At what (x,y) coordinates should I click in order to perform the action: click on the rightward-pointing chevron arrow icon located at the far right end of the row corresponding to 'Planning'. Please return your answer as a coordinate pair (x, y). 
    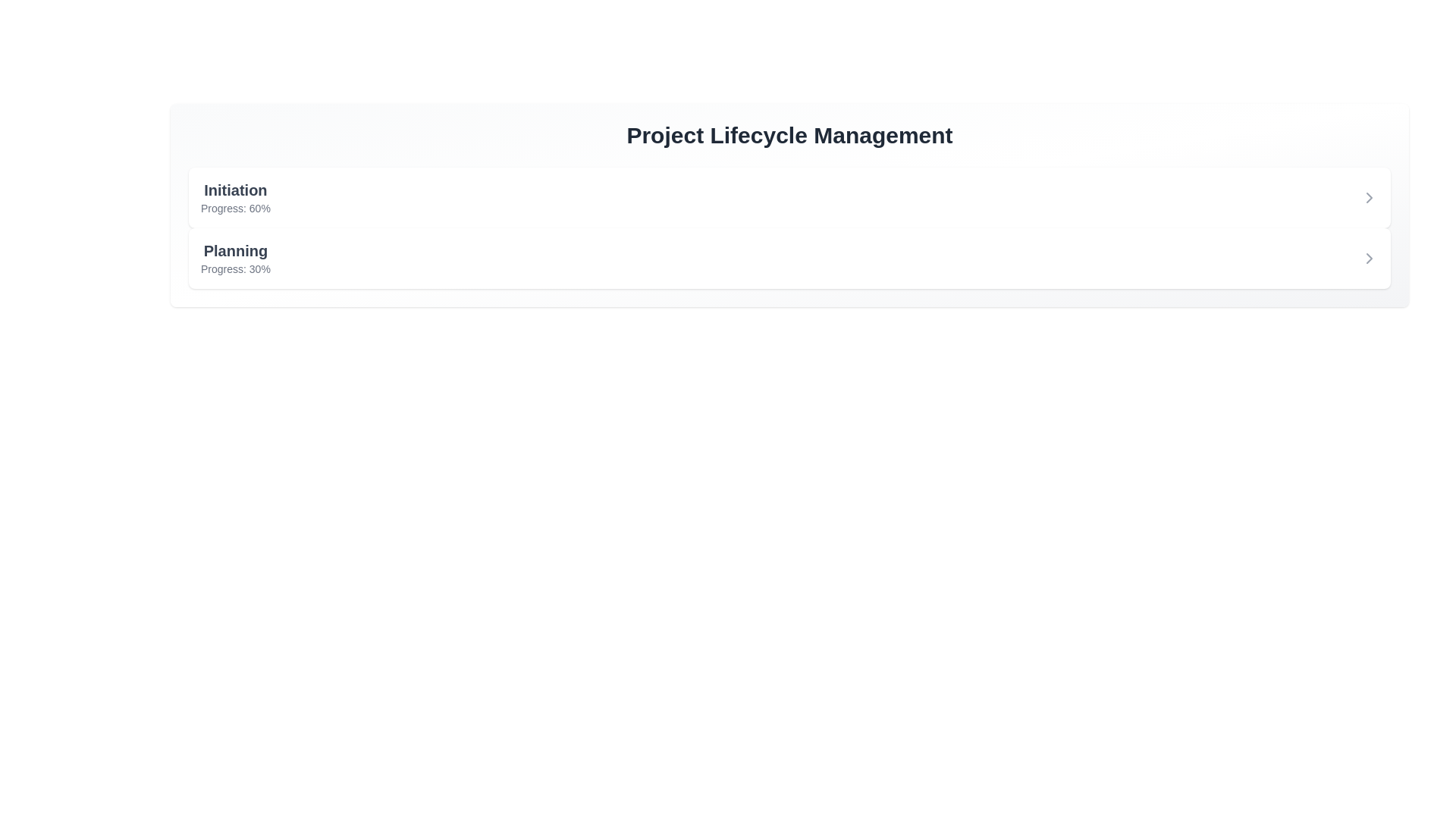
    Looking at the image, I should click on (1369, 197).